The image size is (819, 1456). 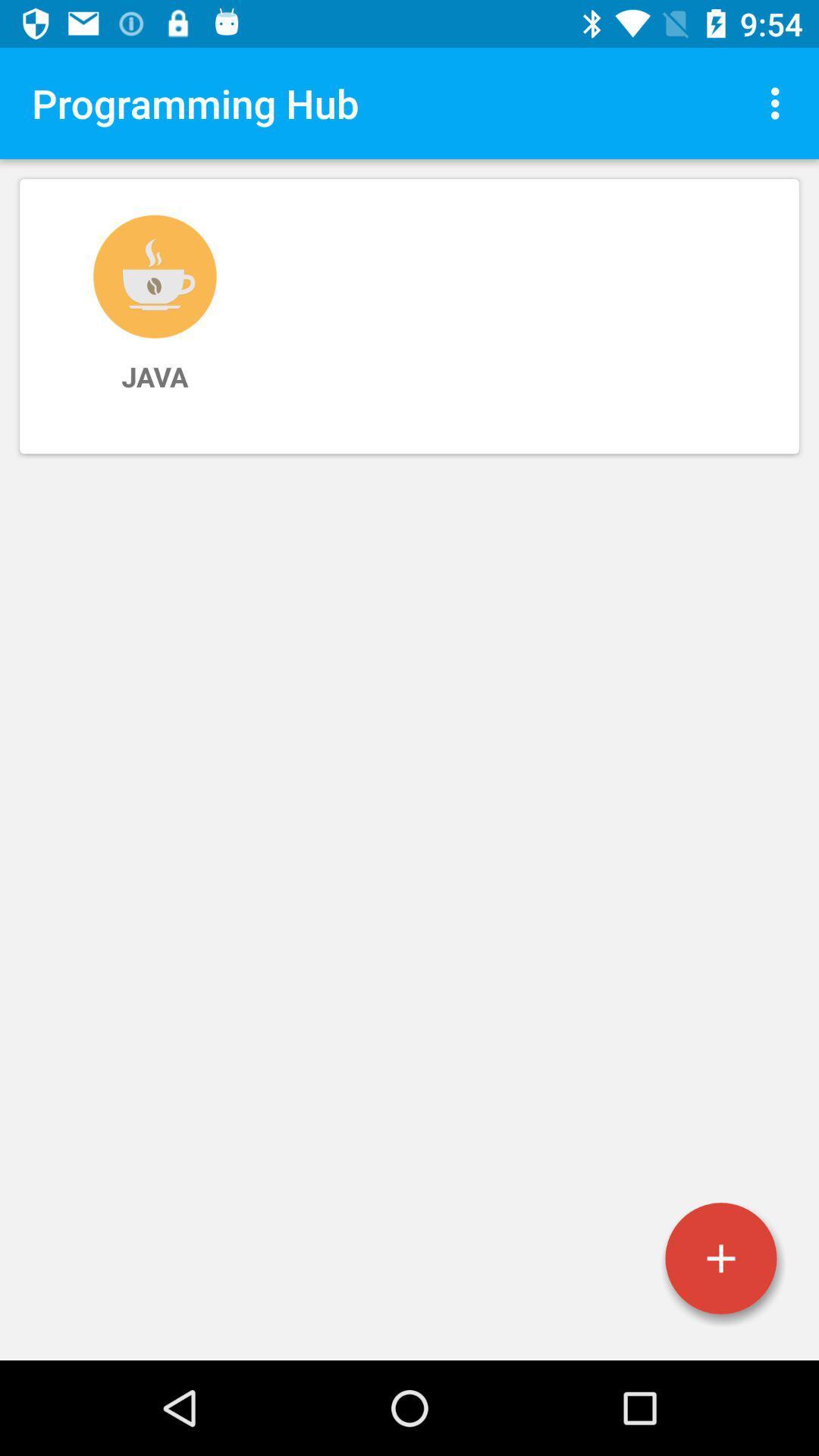 What do you see at coordinates (779, 102) in the screenshot?
I see `item next to the programming hub icon` at bounding box center [779, 102].